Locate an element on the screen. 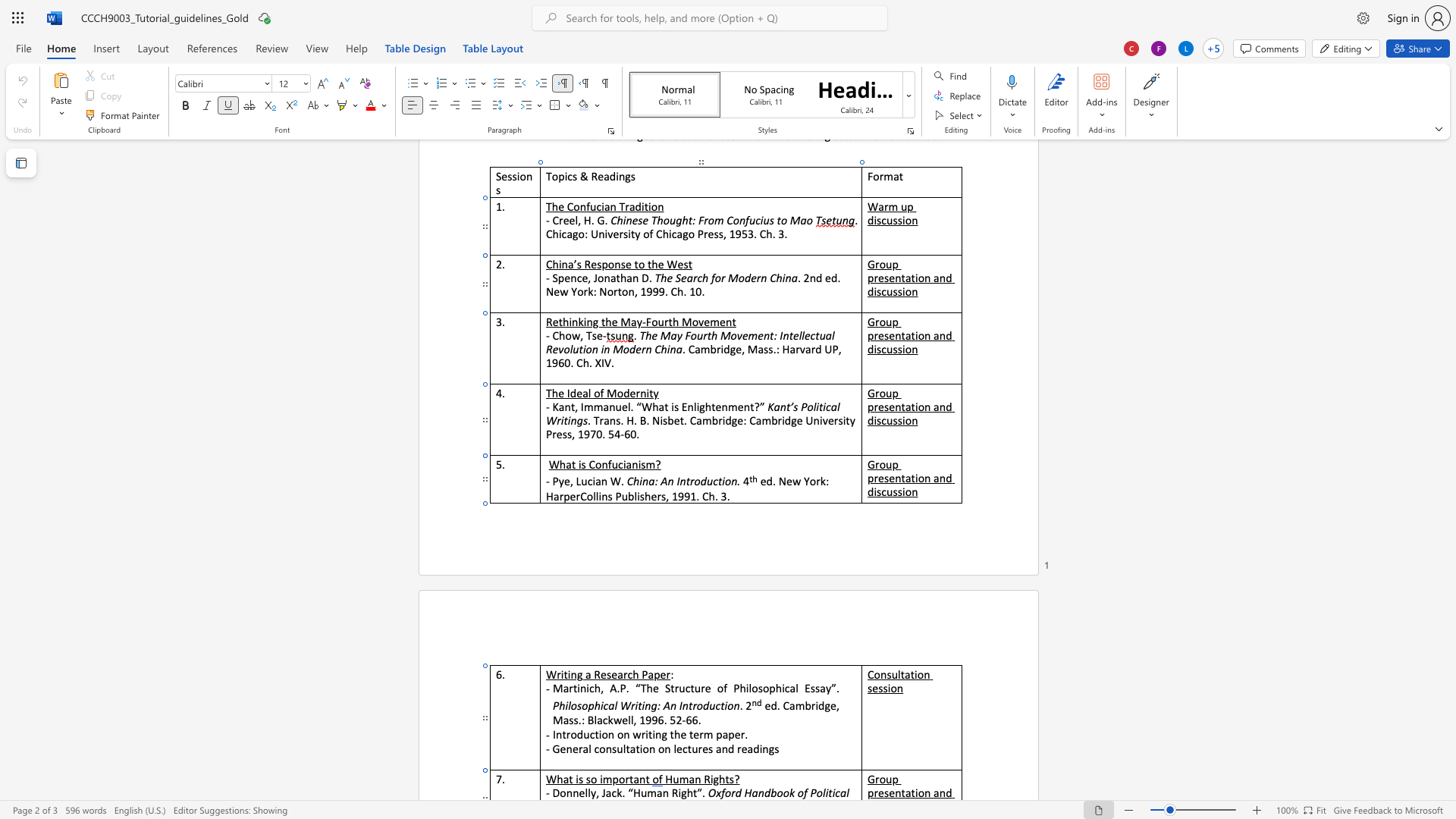  the space between the continuous character "o" and "s" in the text is located at coordinates (576, 705).